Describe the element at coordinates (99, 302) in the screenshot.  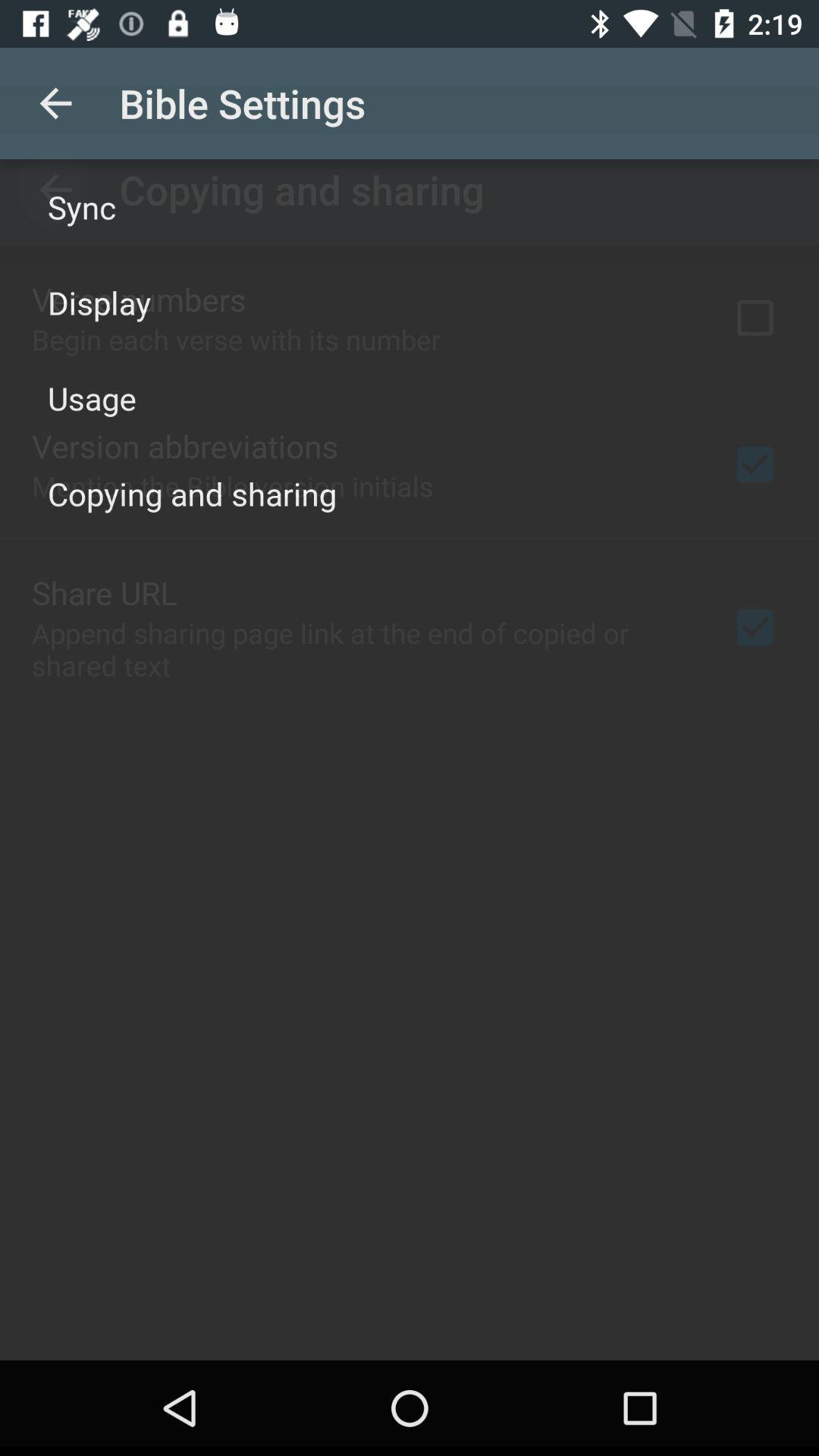
I see `the display item` at that location.